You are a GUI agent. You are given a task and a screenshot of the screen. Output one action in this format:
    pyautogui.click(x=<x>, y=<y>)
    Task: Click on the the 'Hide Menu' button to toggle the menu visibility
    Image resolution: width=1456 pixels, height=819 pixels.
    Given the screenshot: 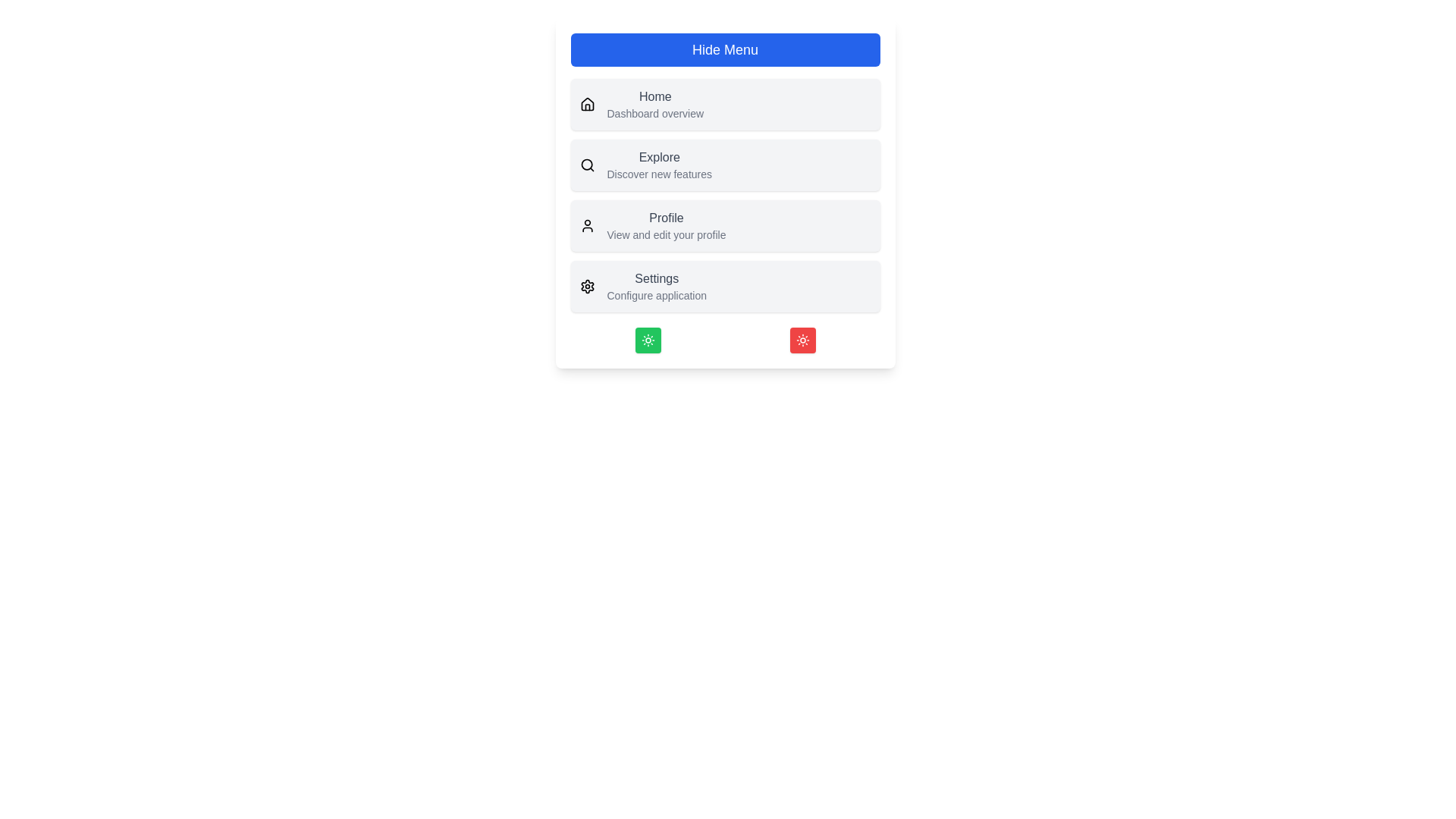 What is the action you would take?
    pyautogui.click(x=724, y=49)
    